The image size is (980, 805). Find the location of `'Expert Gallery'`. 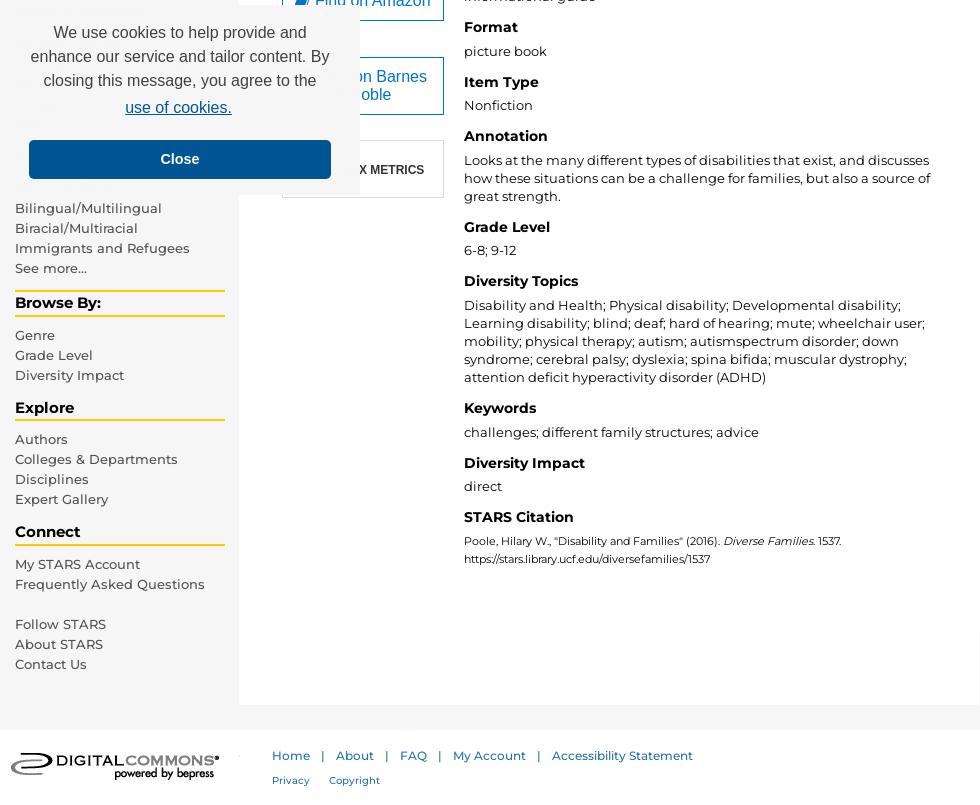

'Expert Gallery' is located at coordinates (61, 499).